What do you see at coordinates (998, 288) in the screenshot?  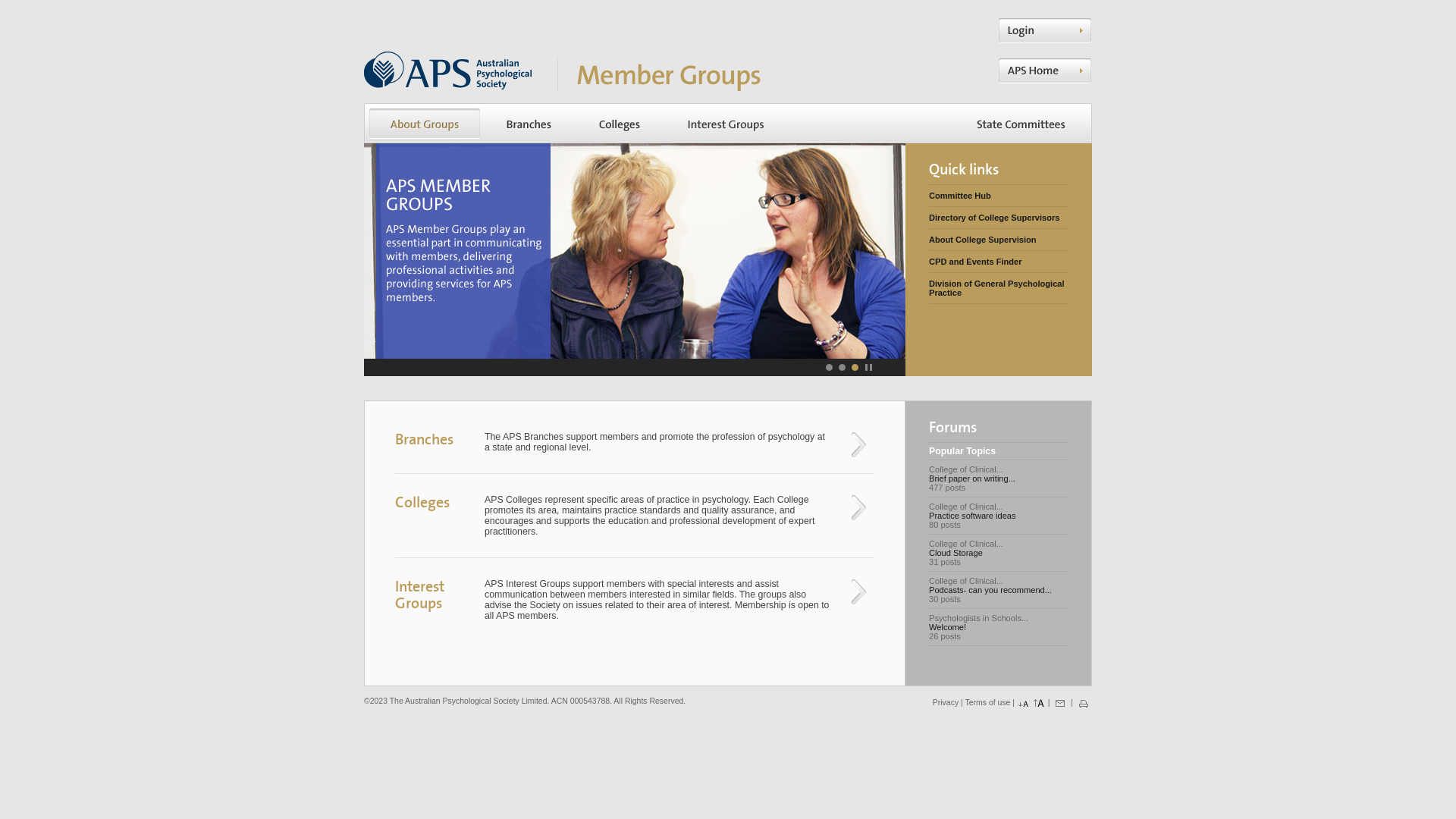 I see `'Division of General Psychological Practice'` at bounding box center [998, 288].